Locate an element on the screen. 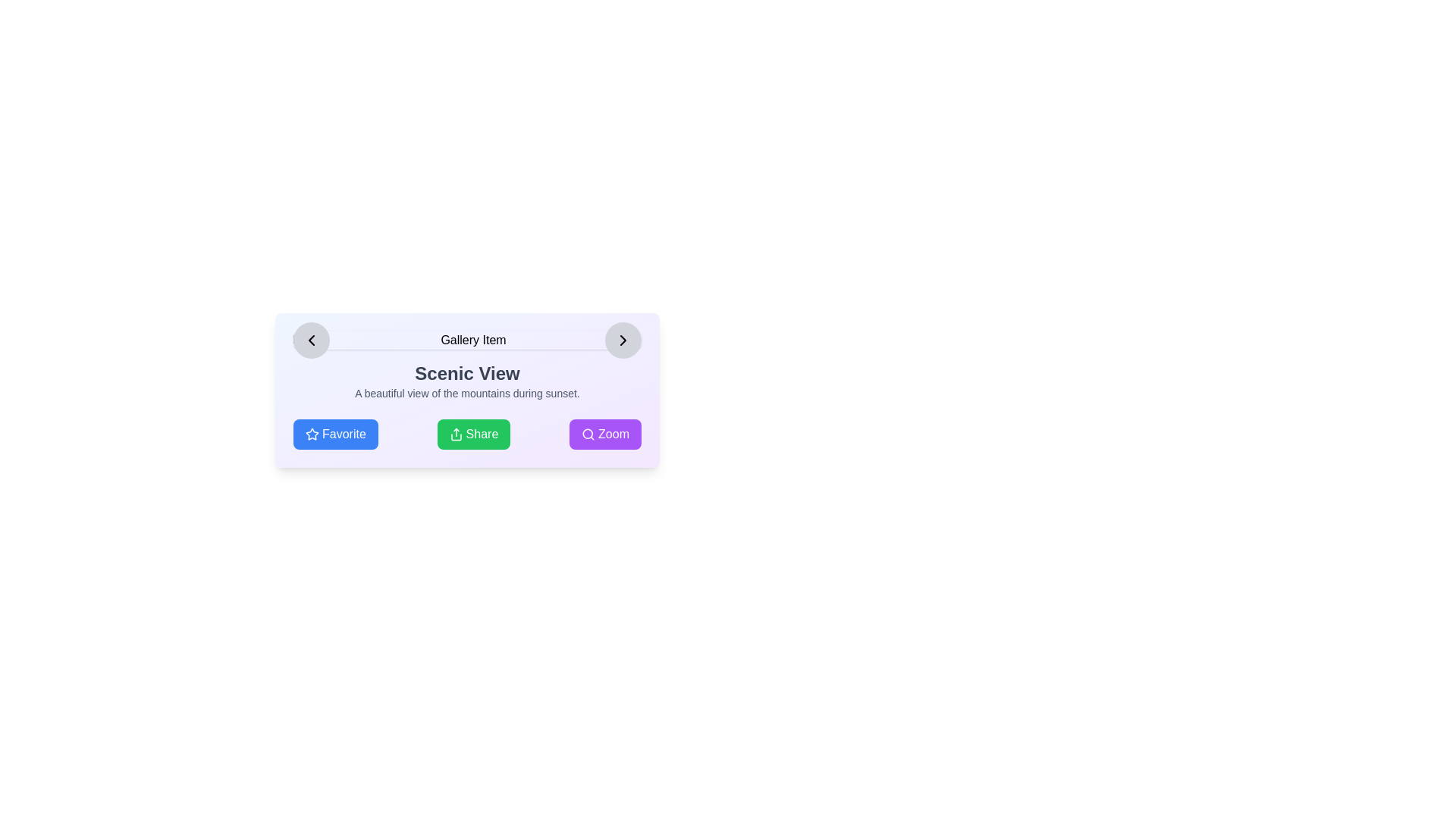  the chevron icon located in the top-right circular button of the card labeled 'Scenic View', which serves as a forward navigation control is located at coordinates (623, 339).